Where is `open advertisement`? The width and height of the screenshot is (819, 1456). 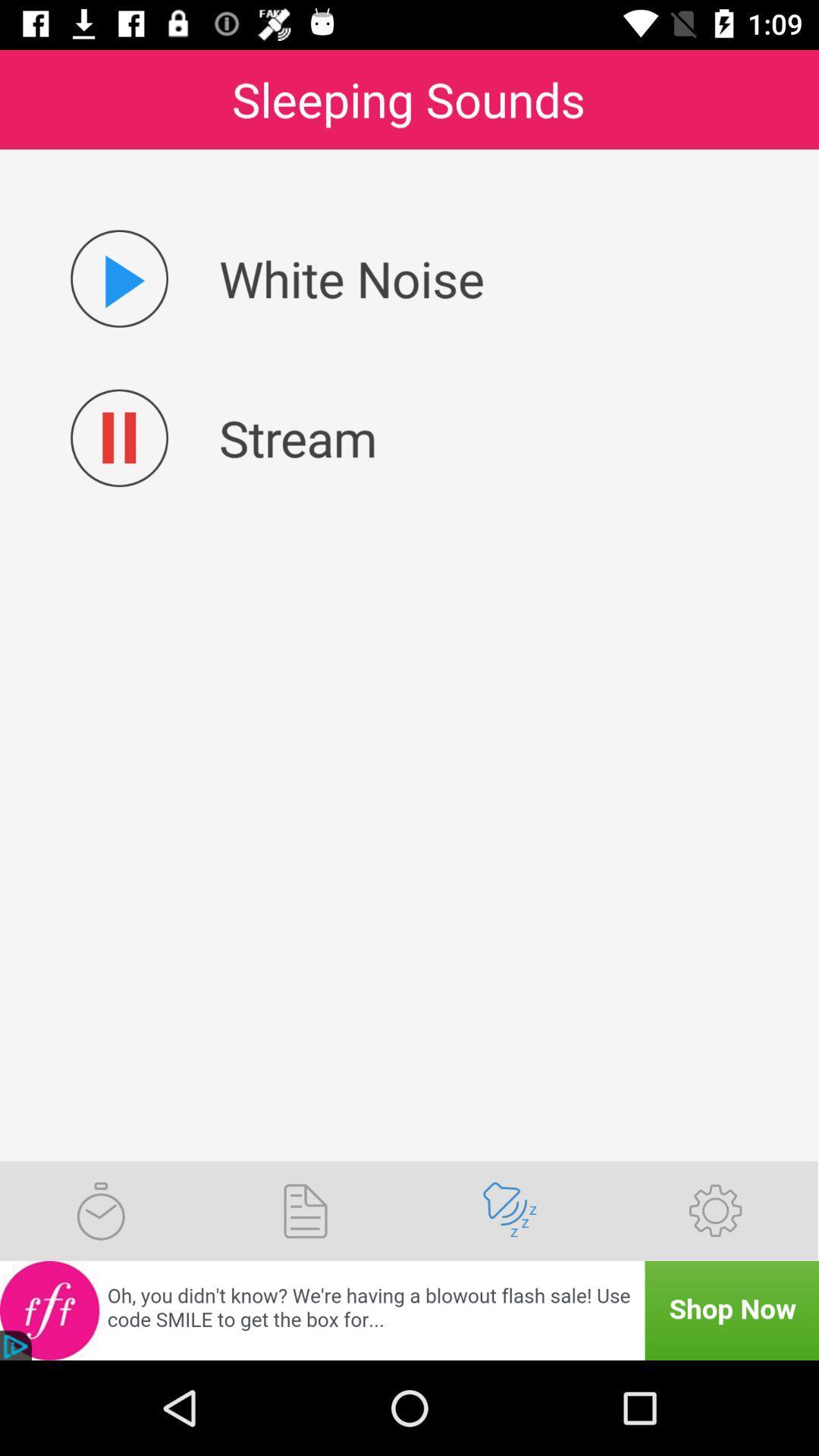
open advertisement is located at coordinates (409, 1310).